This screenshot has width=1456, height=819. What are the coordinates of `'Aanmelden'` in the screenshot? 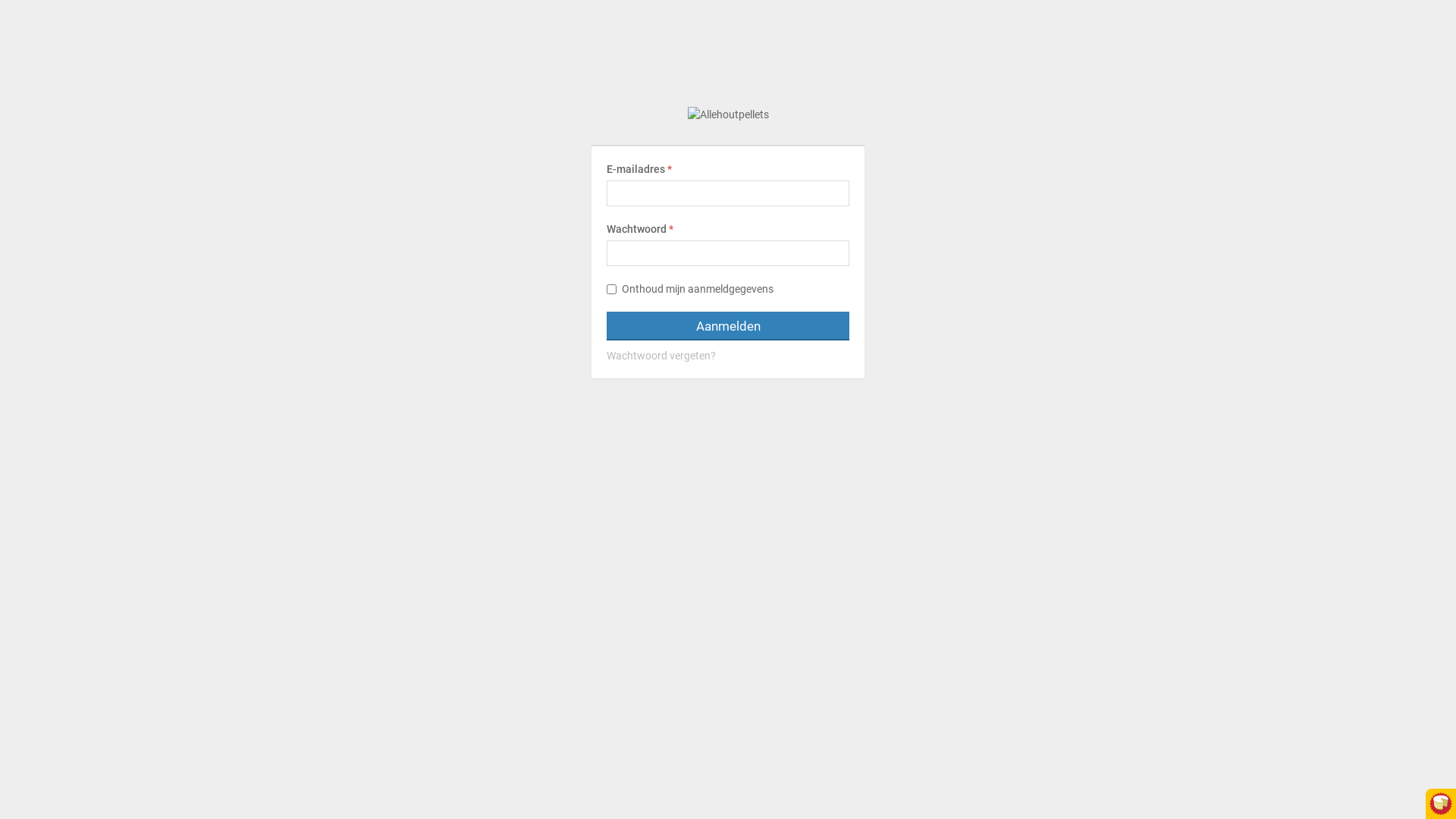 It's located at (728, 325).